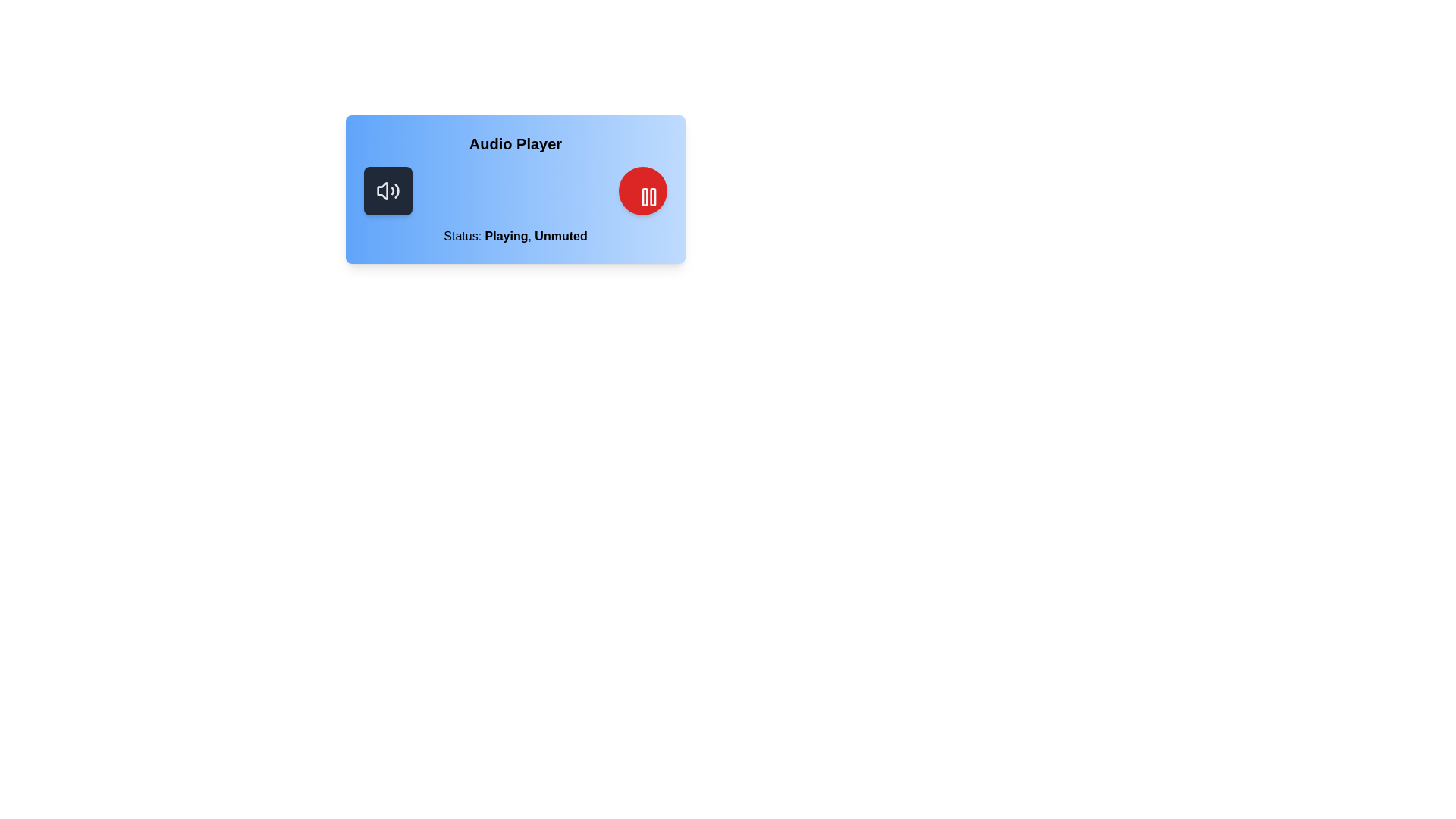  I want to click on the circular button to toggle the play/pause state, so click(643, 190).